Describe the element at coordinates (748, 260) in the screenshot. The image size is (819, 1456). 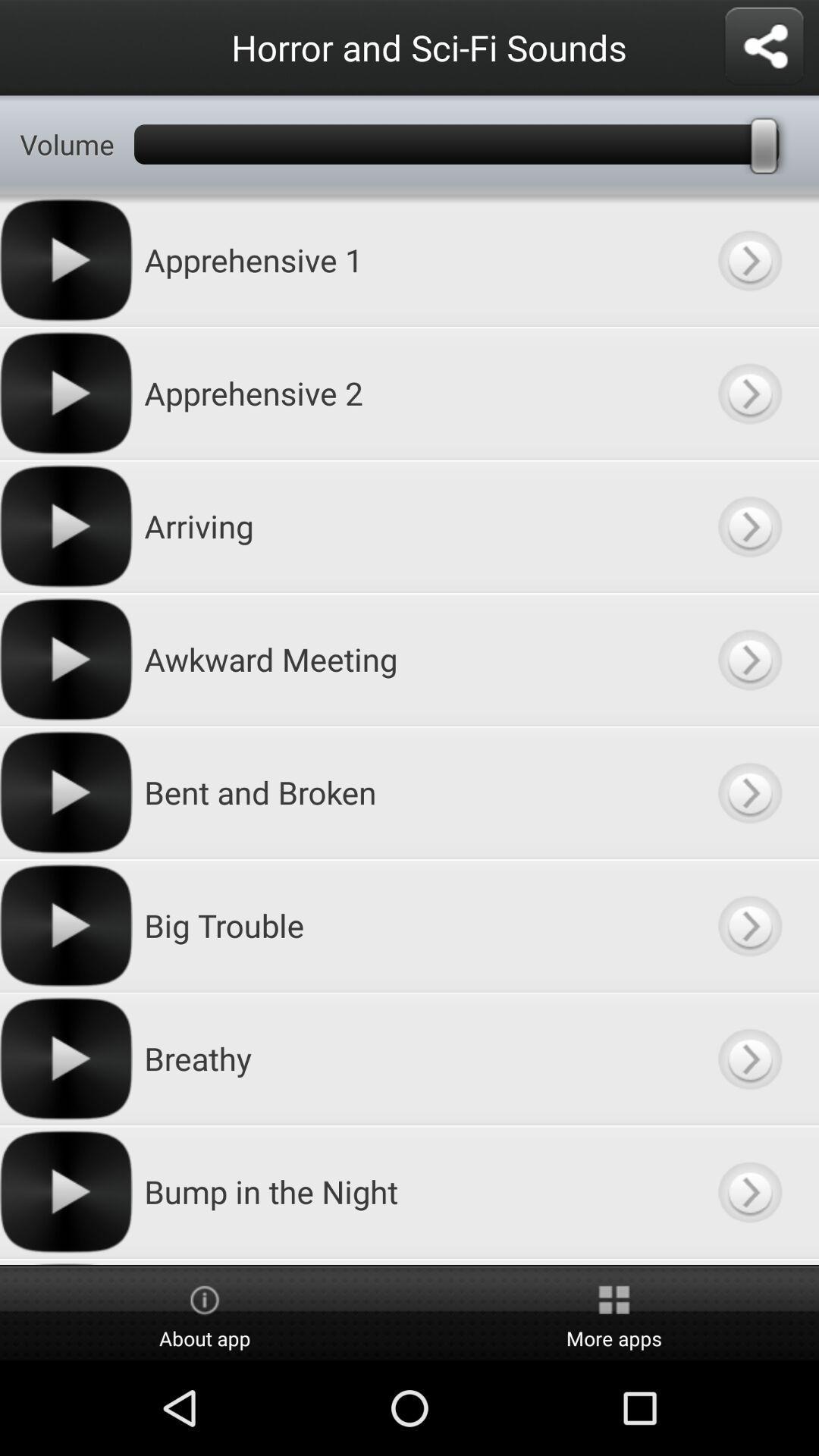
I see `shows other actions for track` at that location.